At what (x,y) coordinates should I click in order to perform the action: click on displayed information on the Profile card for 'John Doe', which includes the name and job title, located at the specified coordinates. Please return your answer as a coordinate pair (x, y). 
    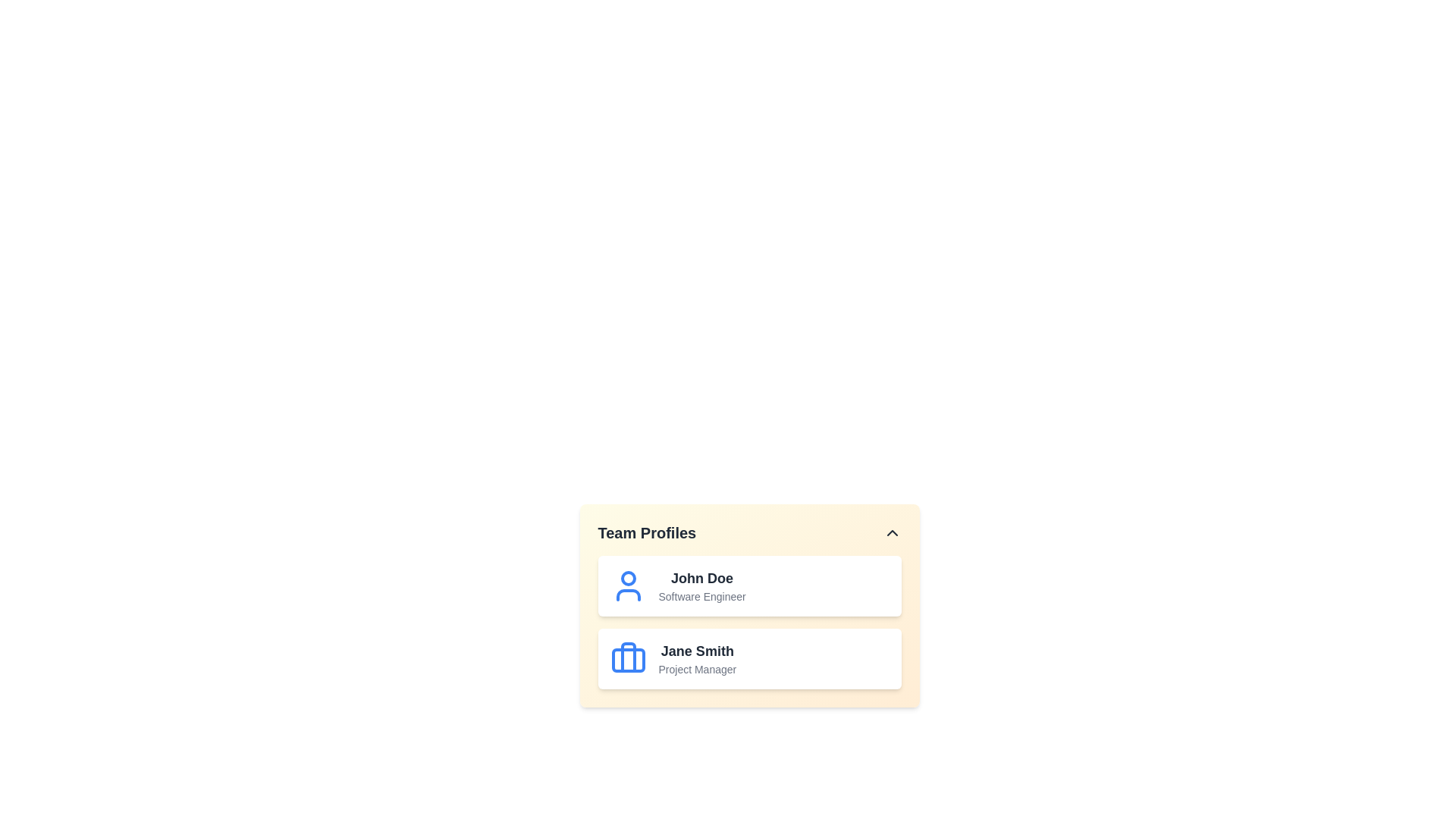
    Looking at the image, I should click on (749, 585).